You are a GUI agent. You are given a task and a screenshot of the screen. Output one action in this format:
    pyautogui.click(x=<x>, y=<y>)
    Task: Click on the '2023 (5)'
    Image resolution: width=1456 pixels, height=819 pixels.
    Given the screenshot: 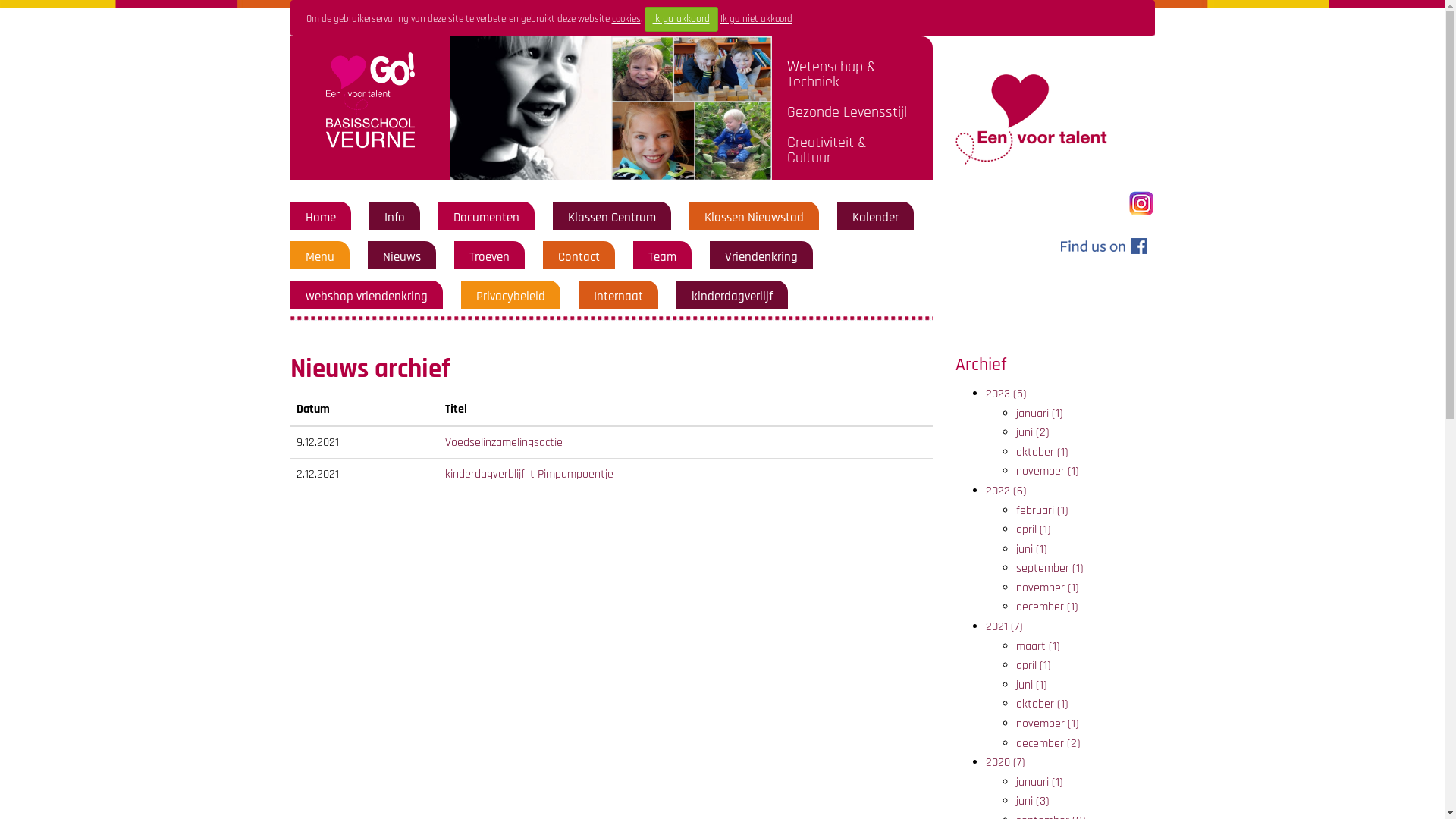 What is the action you would take?
    pyautogui.click(x=1006, y=393)
    